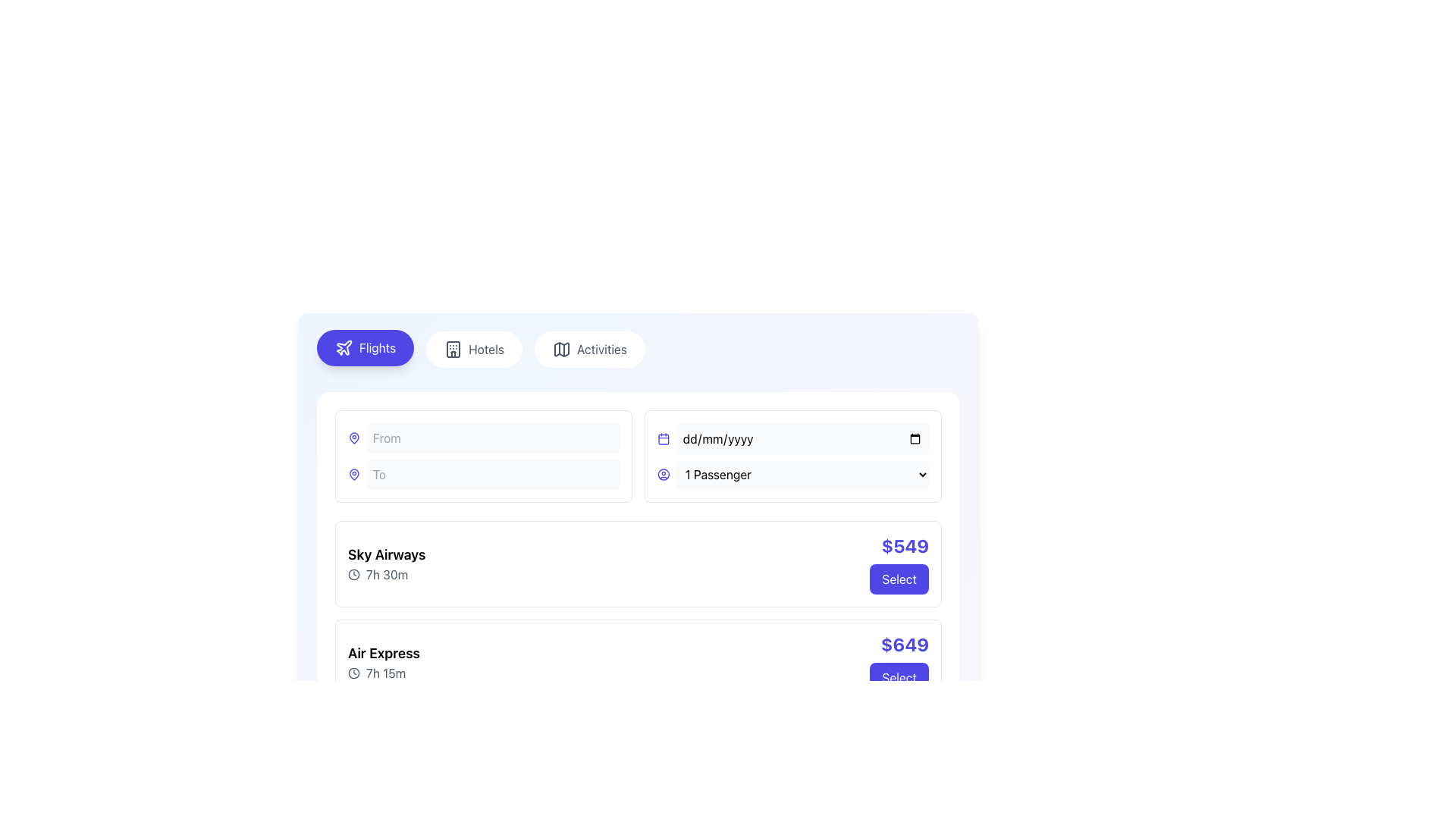  Describe the element at coordinates (662, 470) in the screenshot. I see `the stylized indigo map icon in the navigation bar` at that location.